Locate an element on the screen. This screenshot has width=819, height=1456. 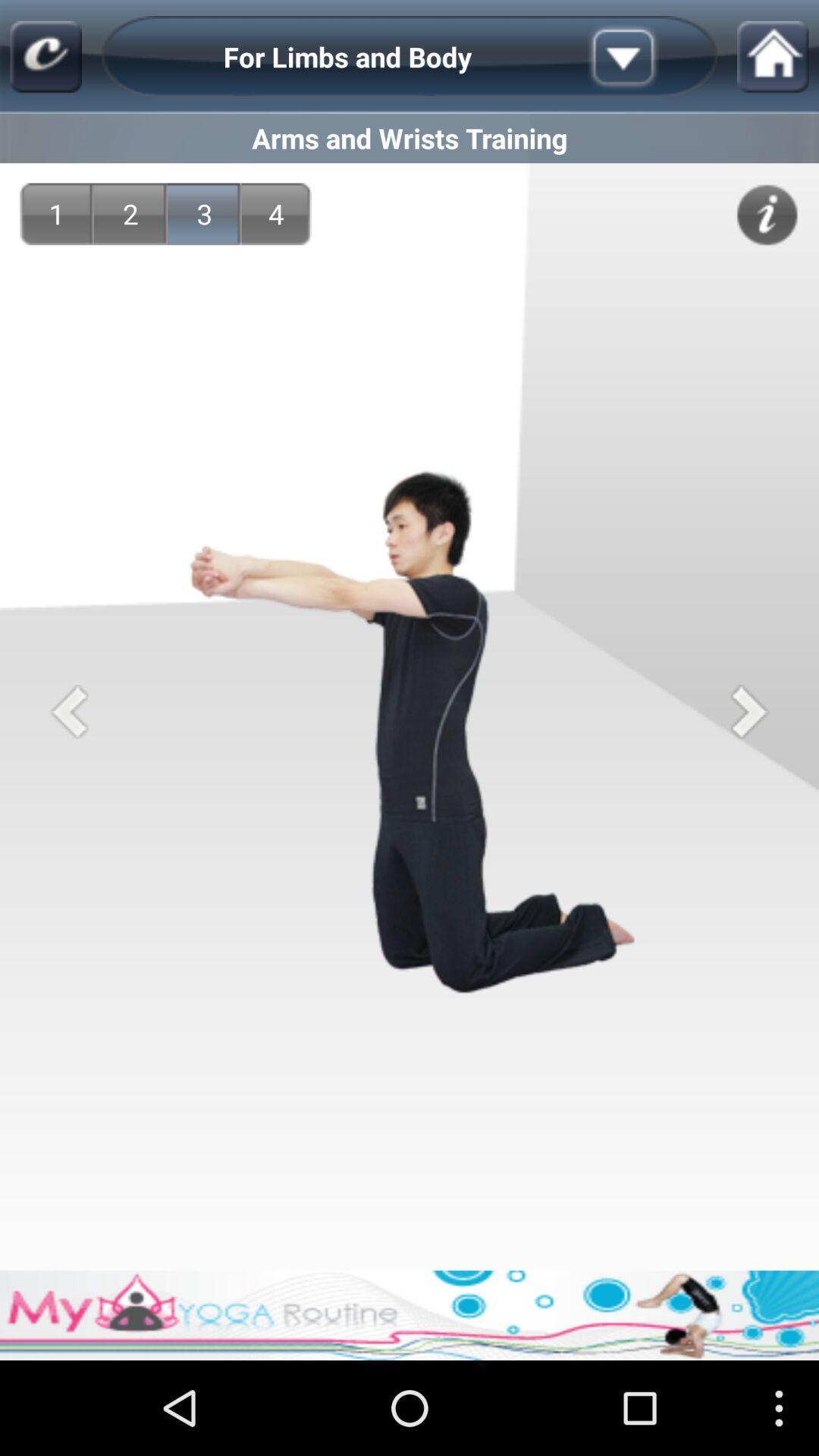
the app above the arms and wrists item is located at coordinates (647, 57).